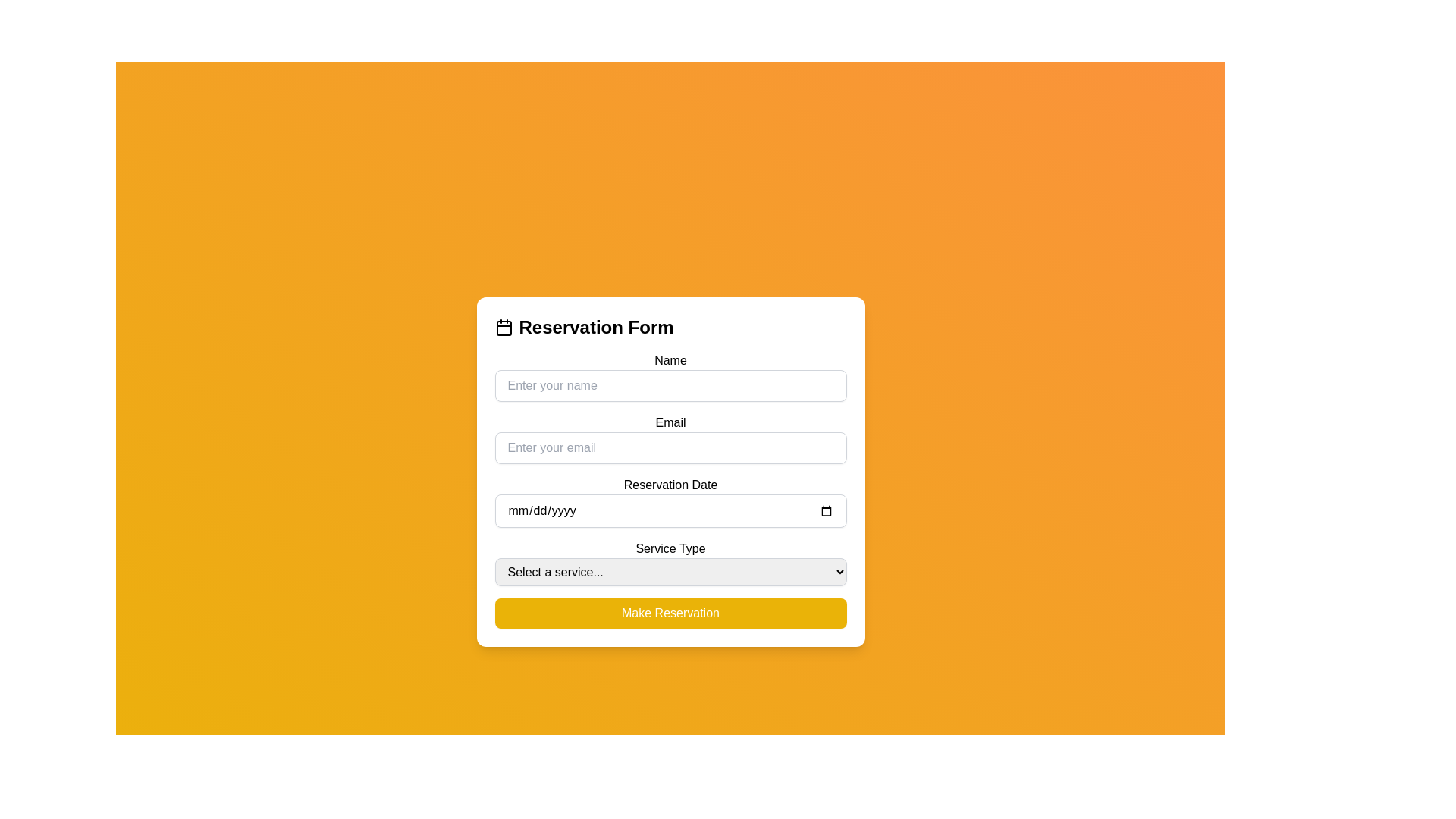  I want to click on the 'Reservation Date' Date Picker Input element, so click(670, 501).